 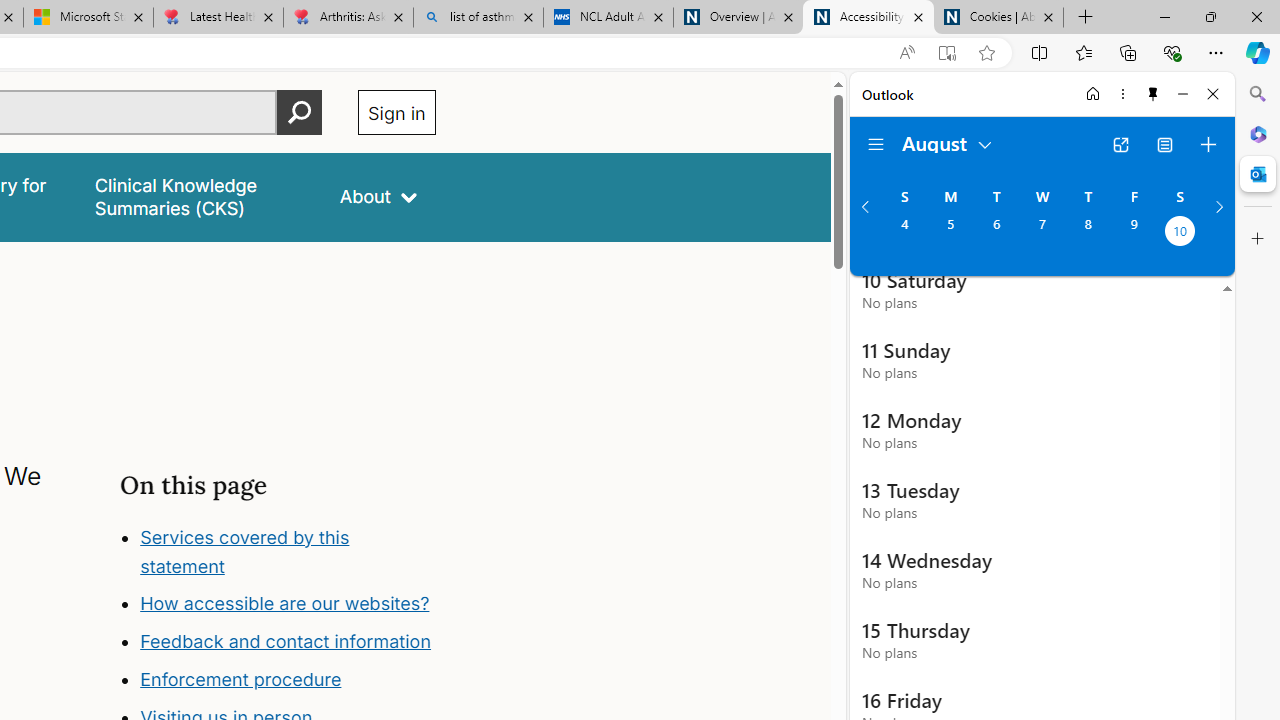 I want to click on 'Arthritis: Ask Health Professionals', so click(x=348, y=17).